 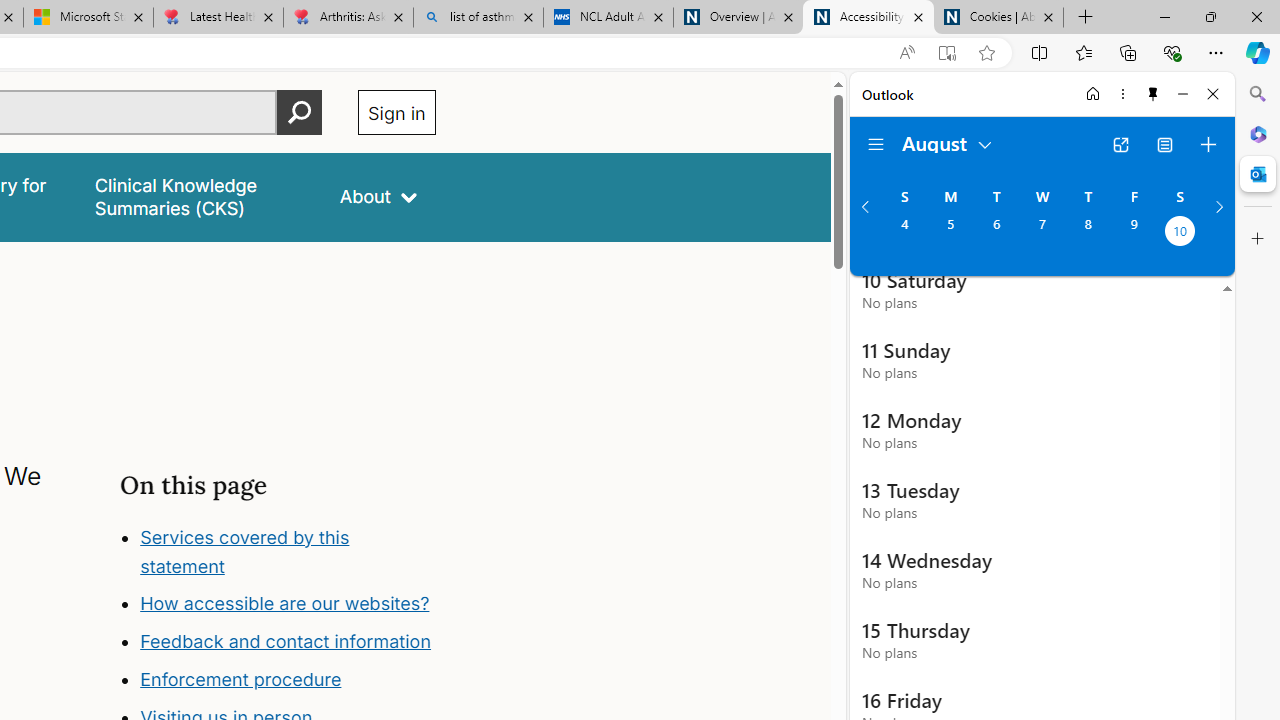 I want to click on 'Arthritis: Ask Health Professionals', so click(x=348, y=17).